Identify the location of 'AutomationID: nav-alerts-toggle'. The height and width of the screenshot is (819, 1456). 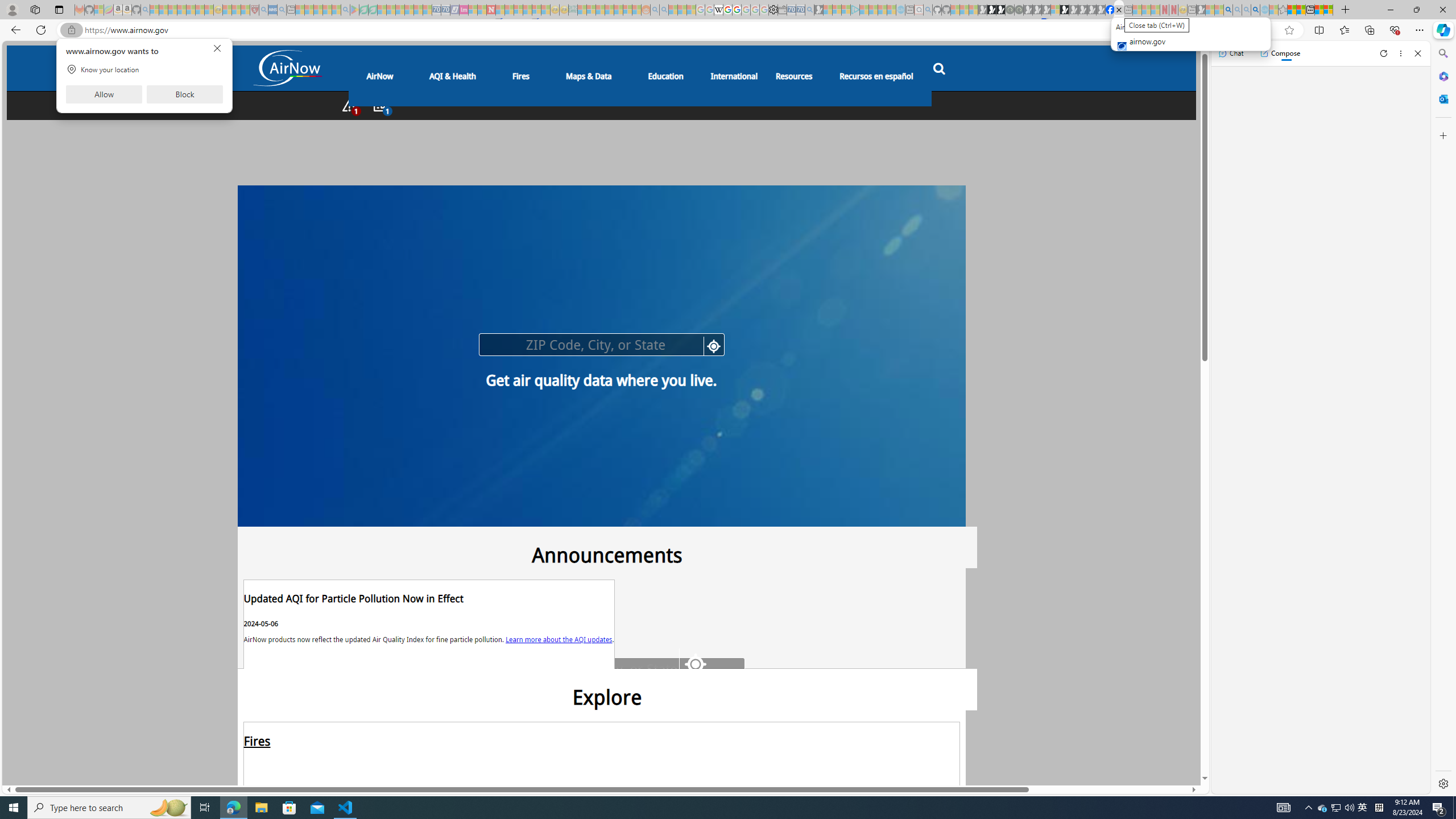
(349, 105).